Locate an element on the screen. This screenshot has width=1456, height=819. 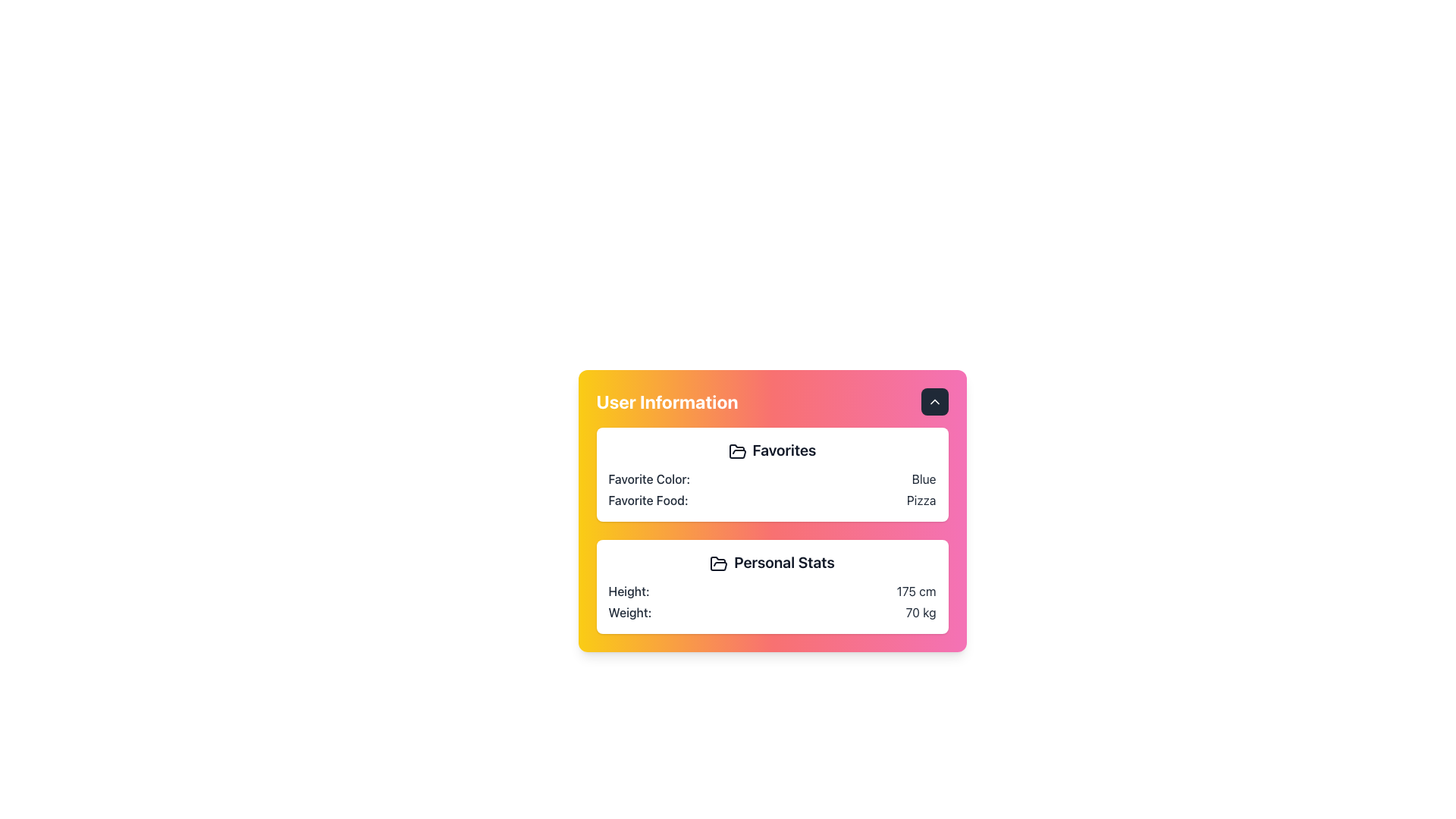
the open folder icon located to the left of the 'Favorites' text in the 'Favorites' section of the 'User Information' card is located at coordinates (737, 450).